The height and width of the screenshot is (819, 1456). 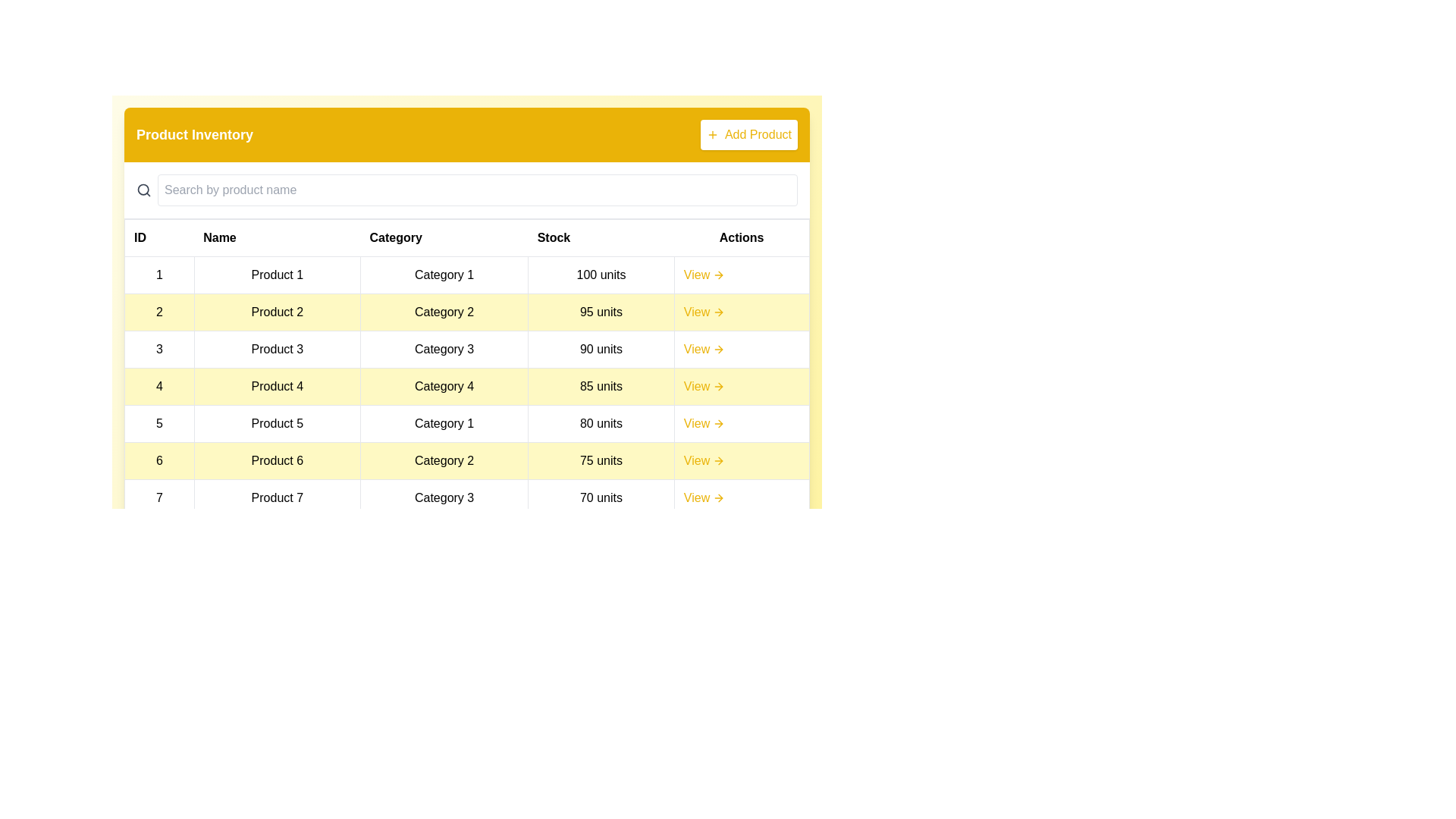 I want to click on the title 'Product Inventory', so click(x=194, y=133).